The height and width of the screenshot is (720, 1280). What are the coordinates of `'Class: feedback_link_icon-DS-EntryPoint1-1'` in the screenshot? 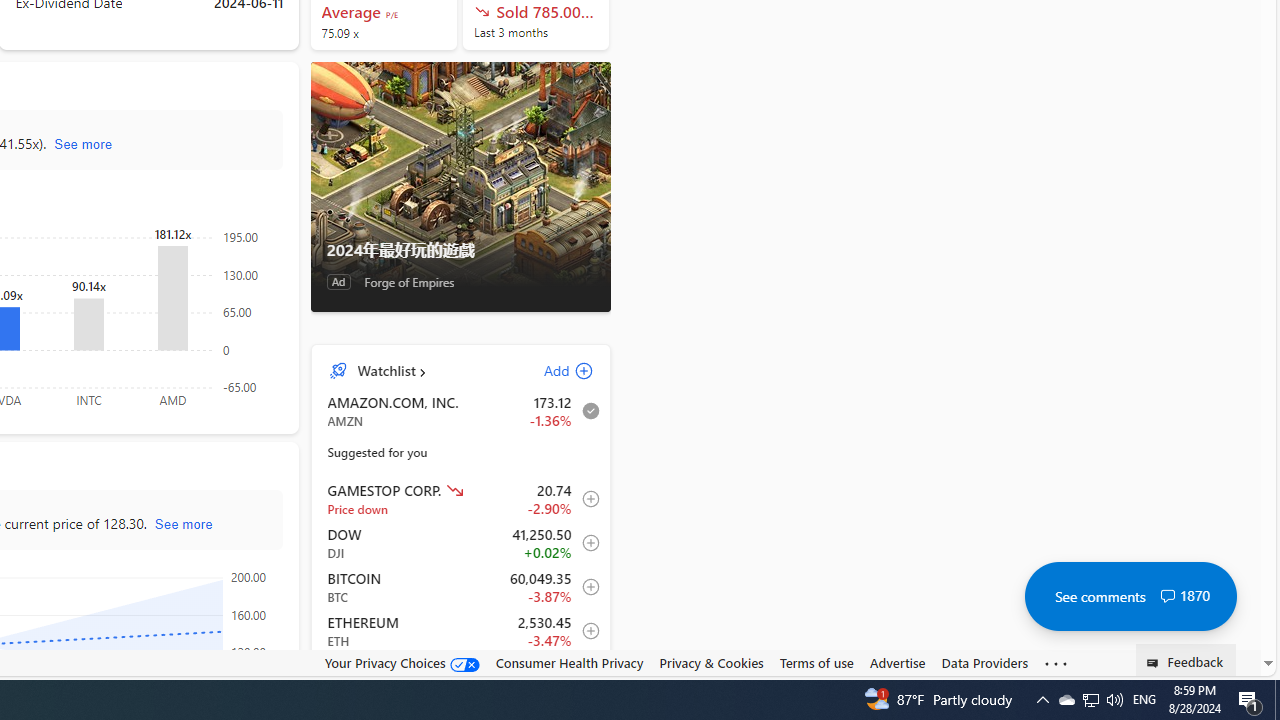 It's located at (1156, 663).